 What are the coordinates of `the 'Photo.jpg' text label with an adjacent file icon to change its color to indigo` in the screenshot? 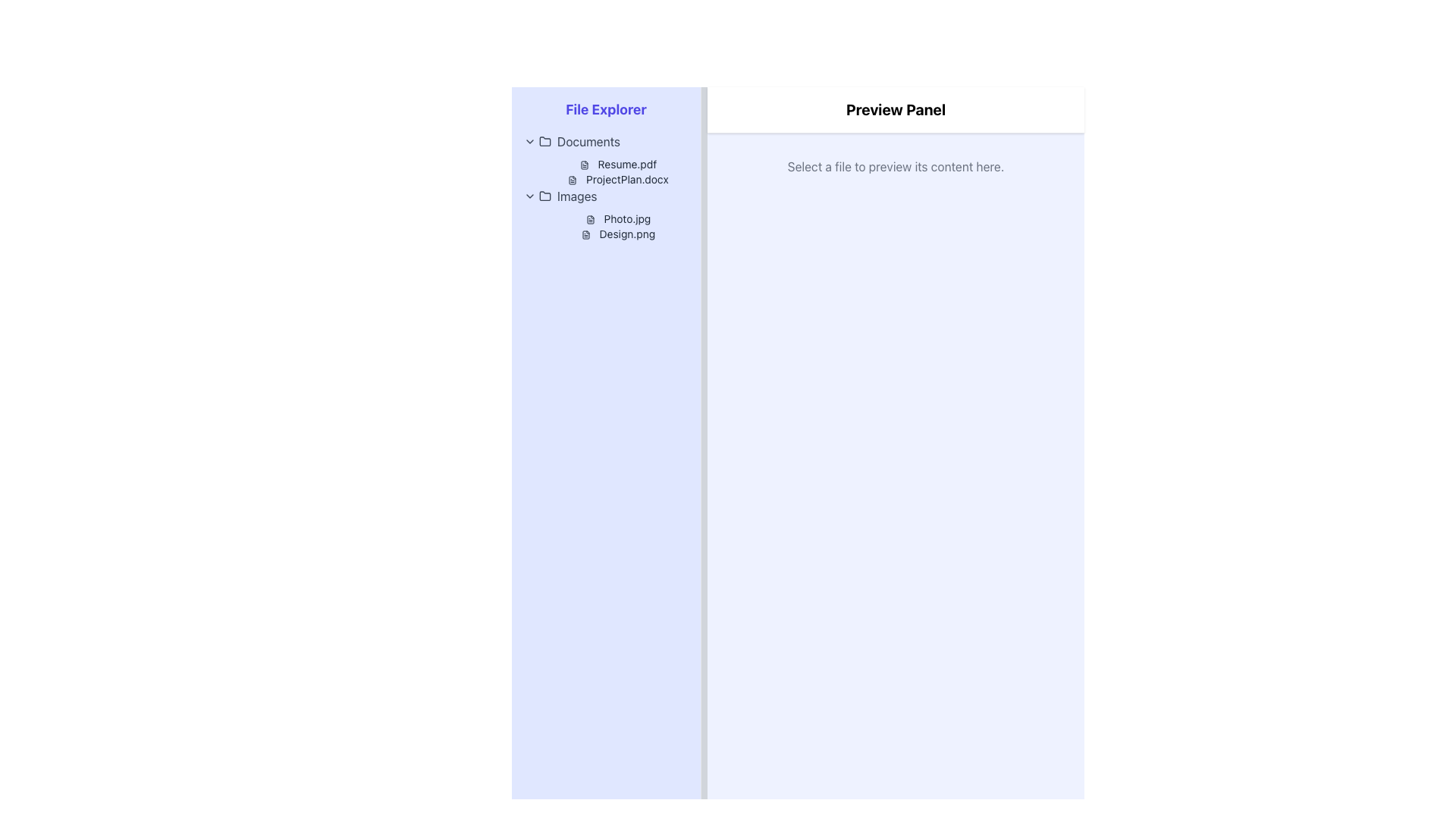 It's located at (618, 219).